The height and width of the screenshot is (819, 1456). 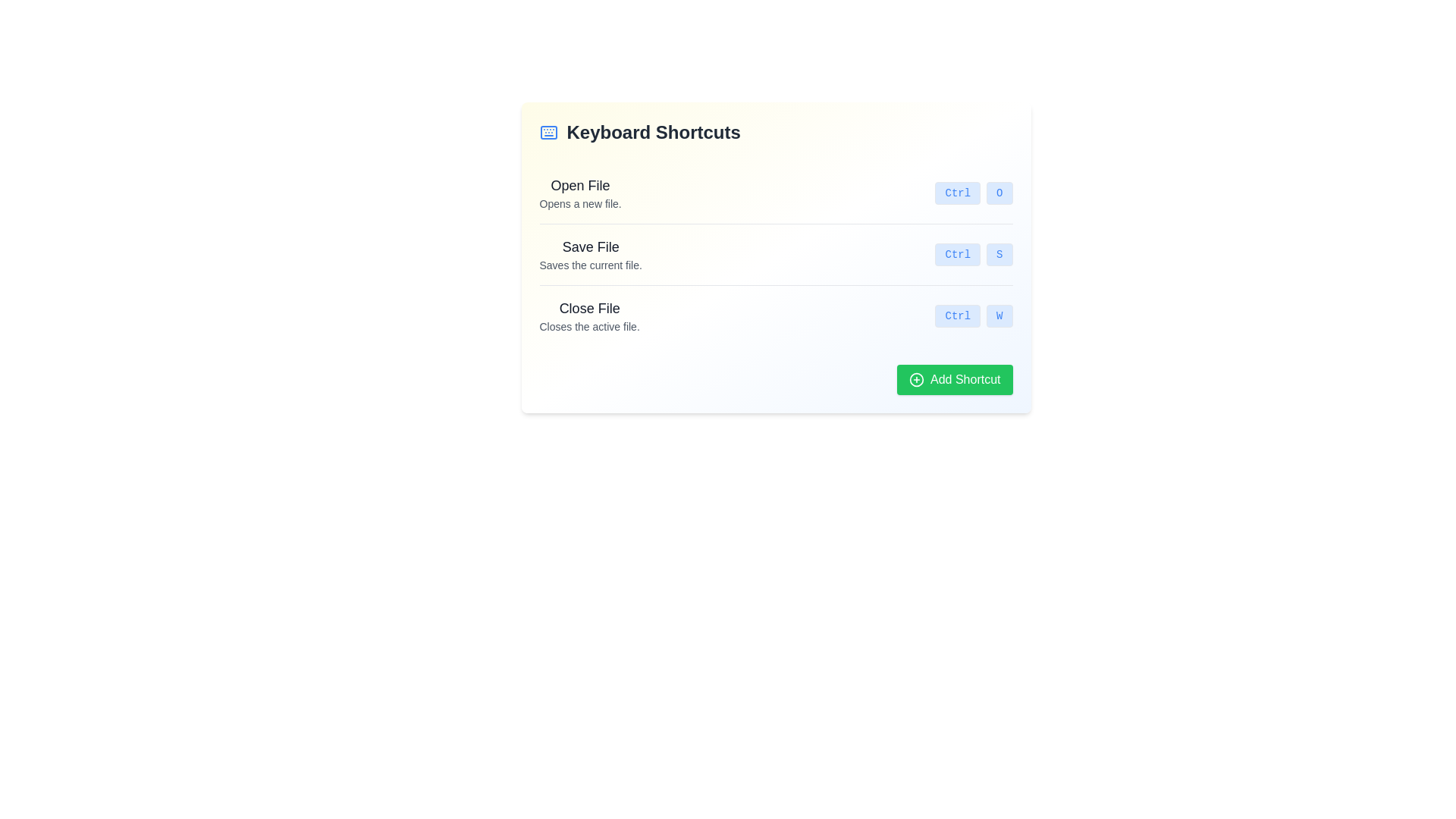 What do you see at coordinates (579, 185) in the screenshot?
I see `the 'Open File' text element, which is styled with a bold sans-serif font and prominently placed at the start of its section` at bounding box center [579, 185].